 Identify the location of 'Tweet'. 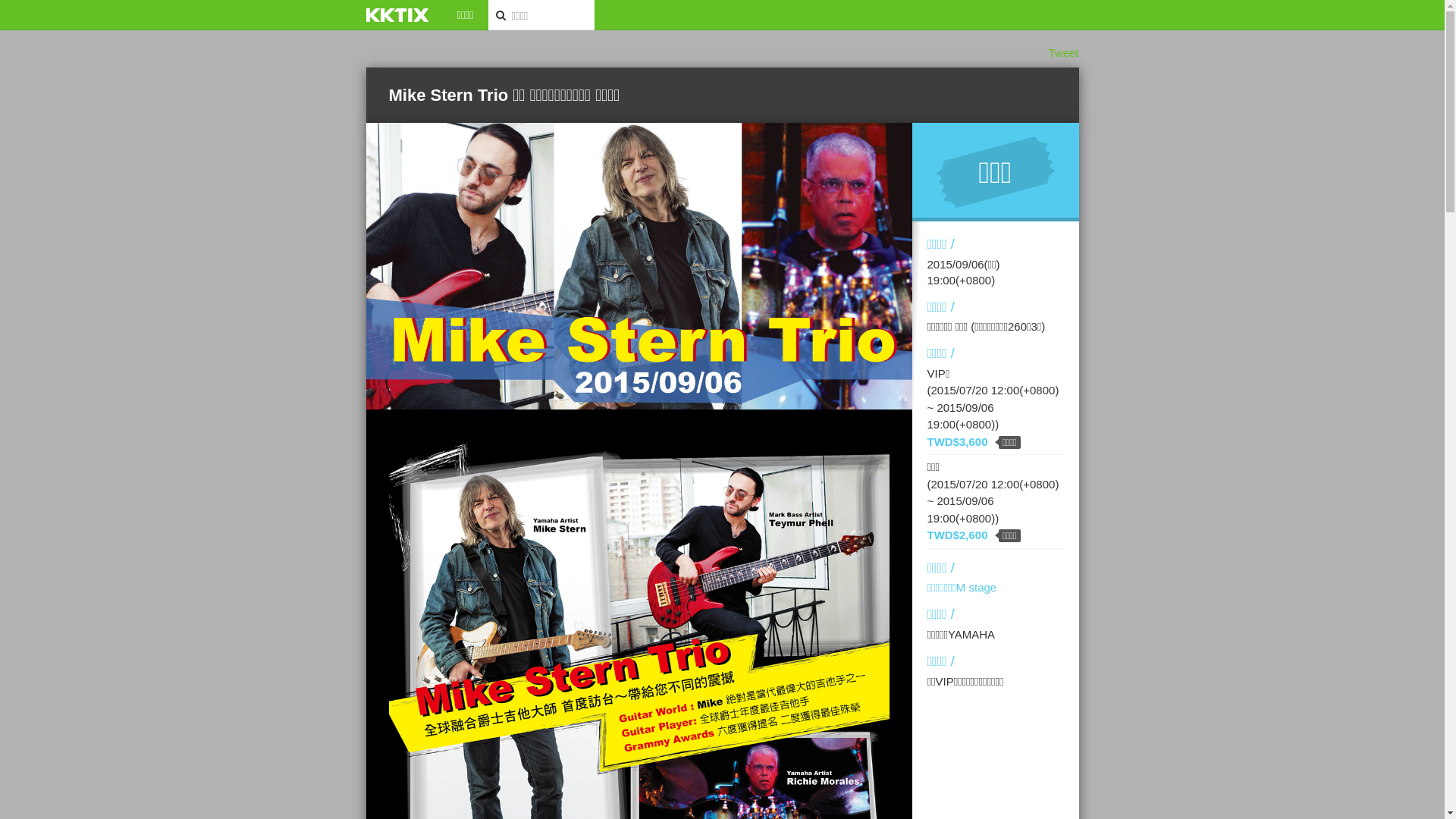
(1062, 52).